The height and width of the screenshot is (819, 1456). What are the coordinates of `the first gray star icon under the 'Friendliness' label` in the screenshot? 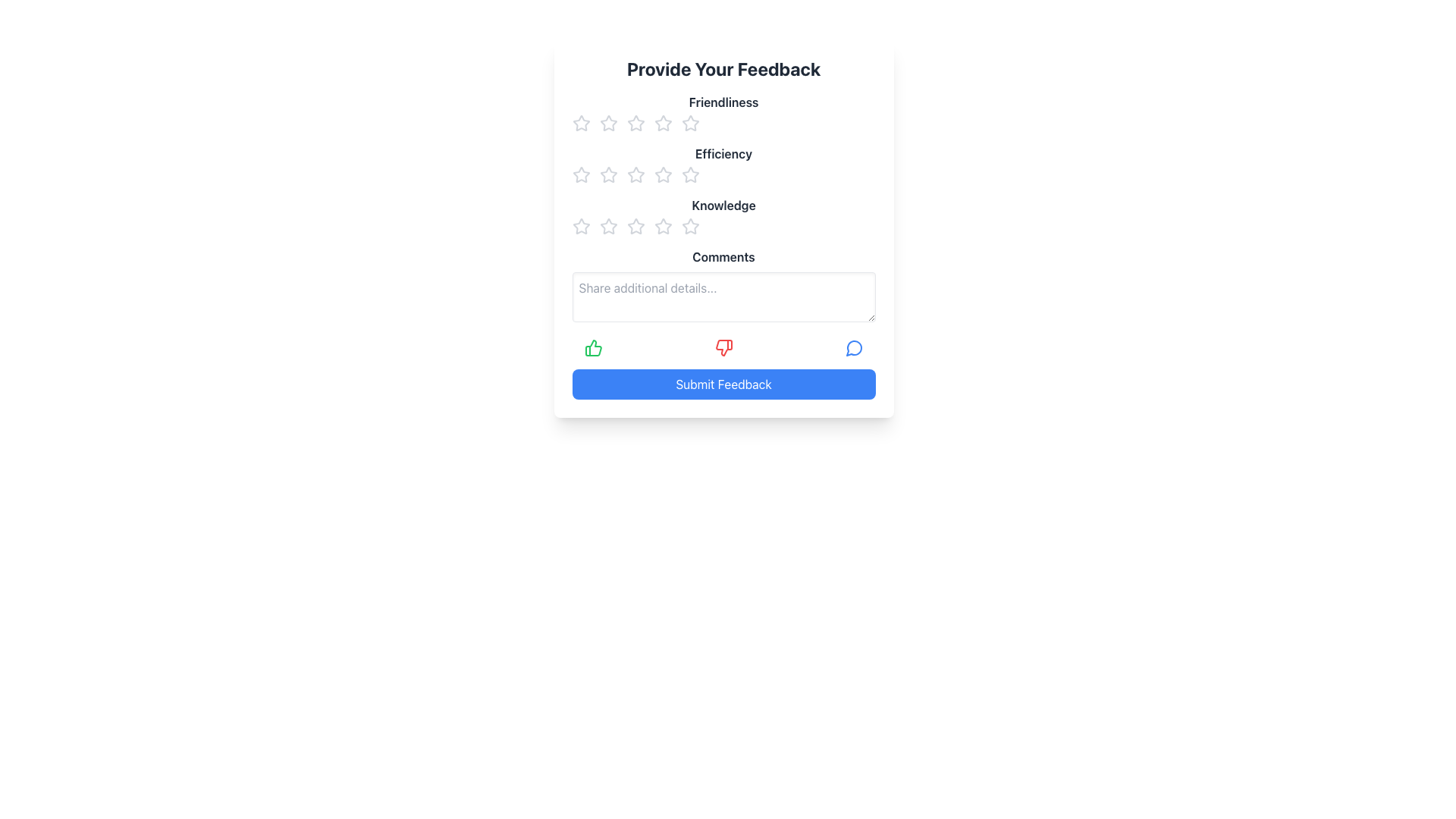 It's located at (580, 122).